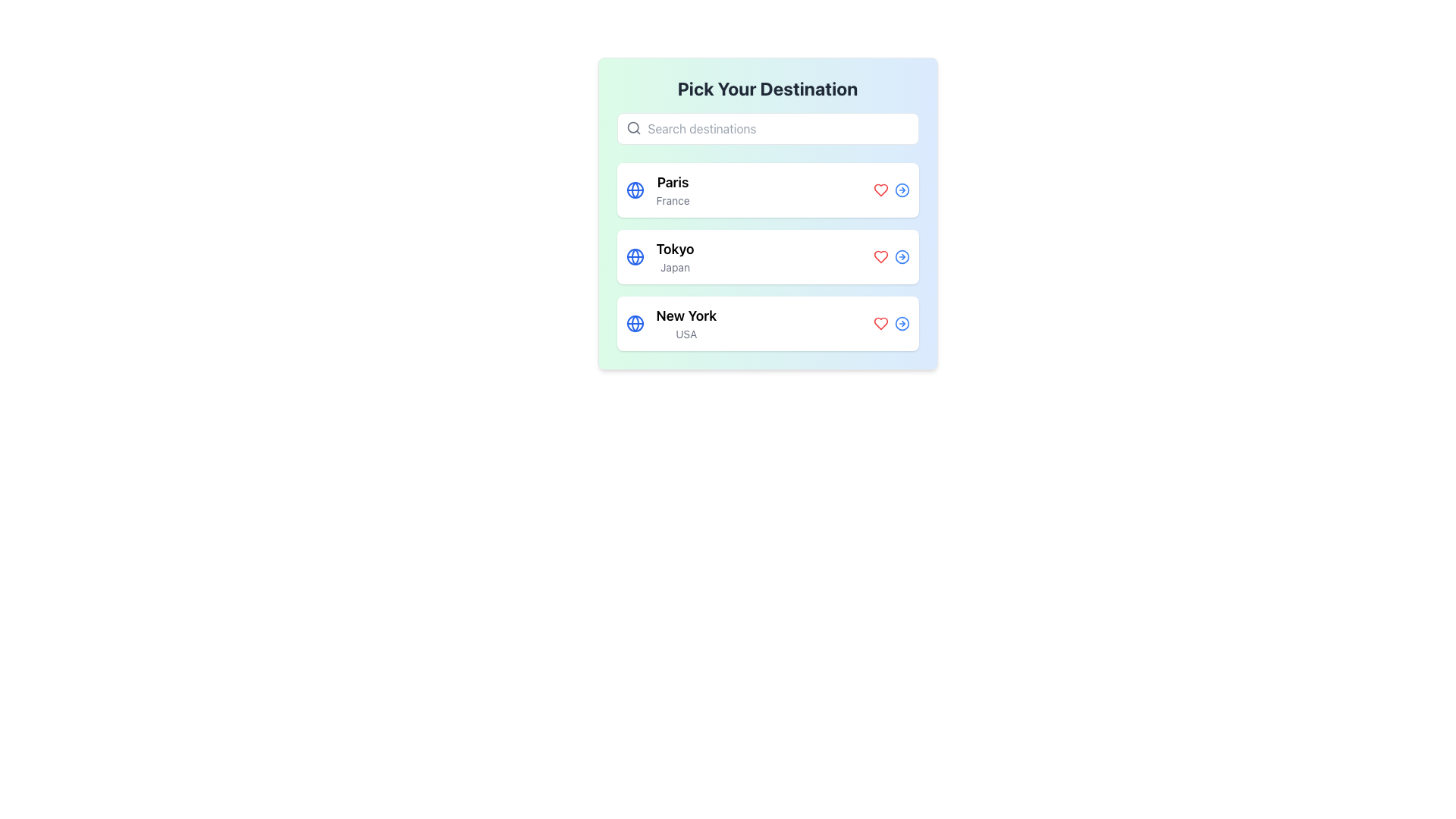 This screenshot has width=1456, height=819. Describe the element at coordinates (674, 256) in the screenshot. I see `text information displayed in the label for the city Tokyo, located in the middle of the vertical list of destinations, below the header 'Pick Your Destination'` at that location.